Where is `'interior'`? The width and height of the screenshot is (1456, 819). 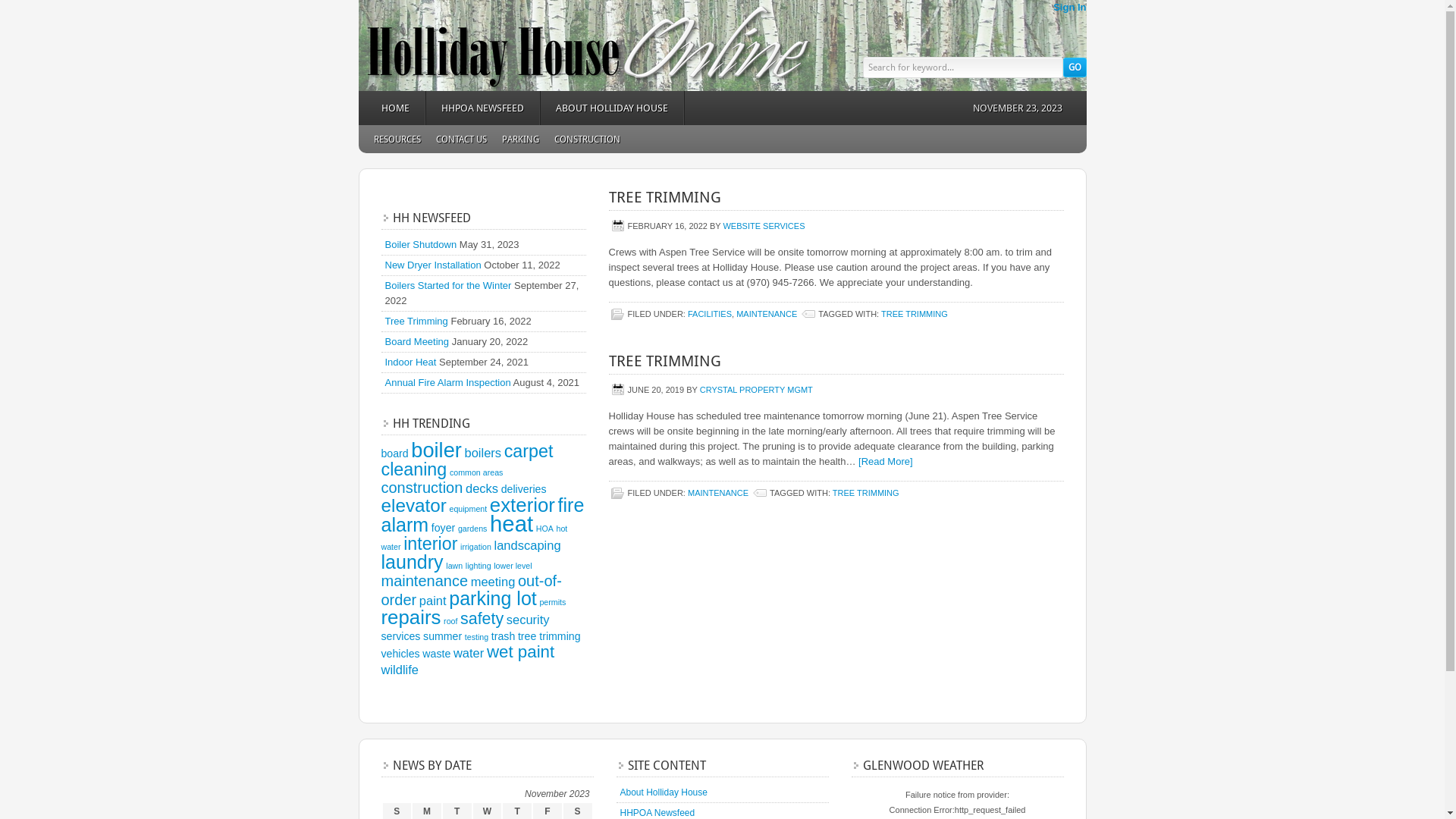 'interior' is located at coordinates (429, 543).